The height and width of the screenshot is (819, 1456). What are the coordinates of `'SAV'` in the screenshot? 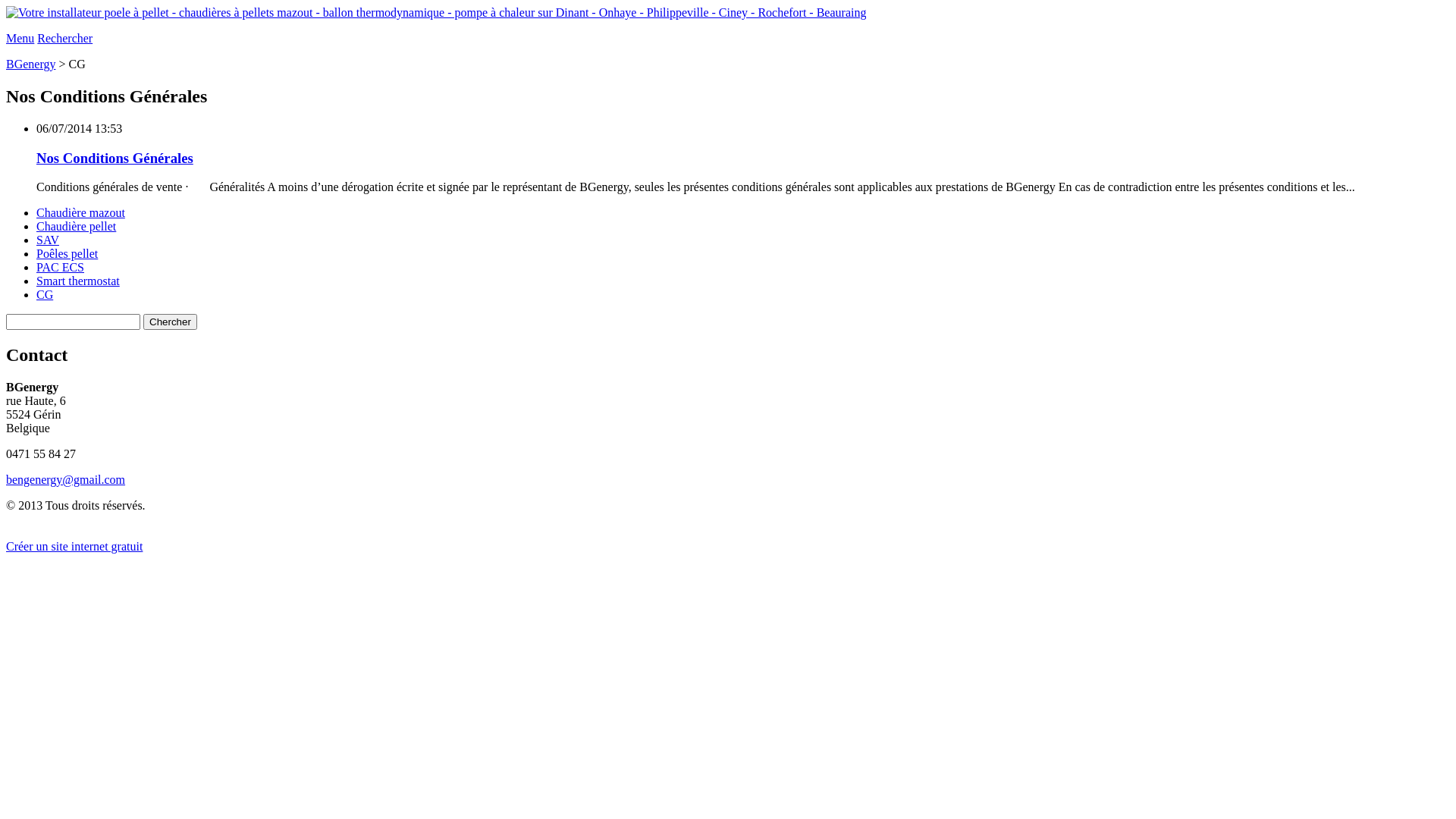 It's located at (47, 239).